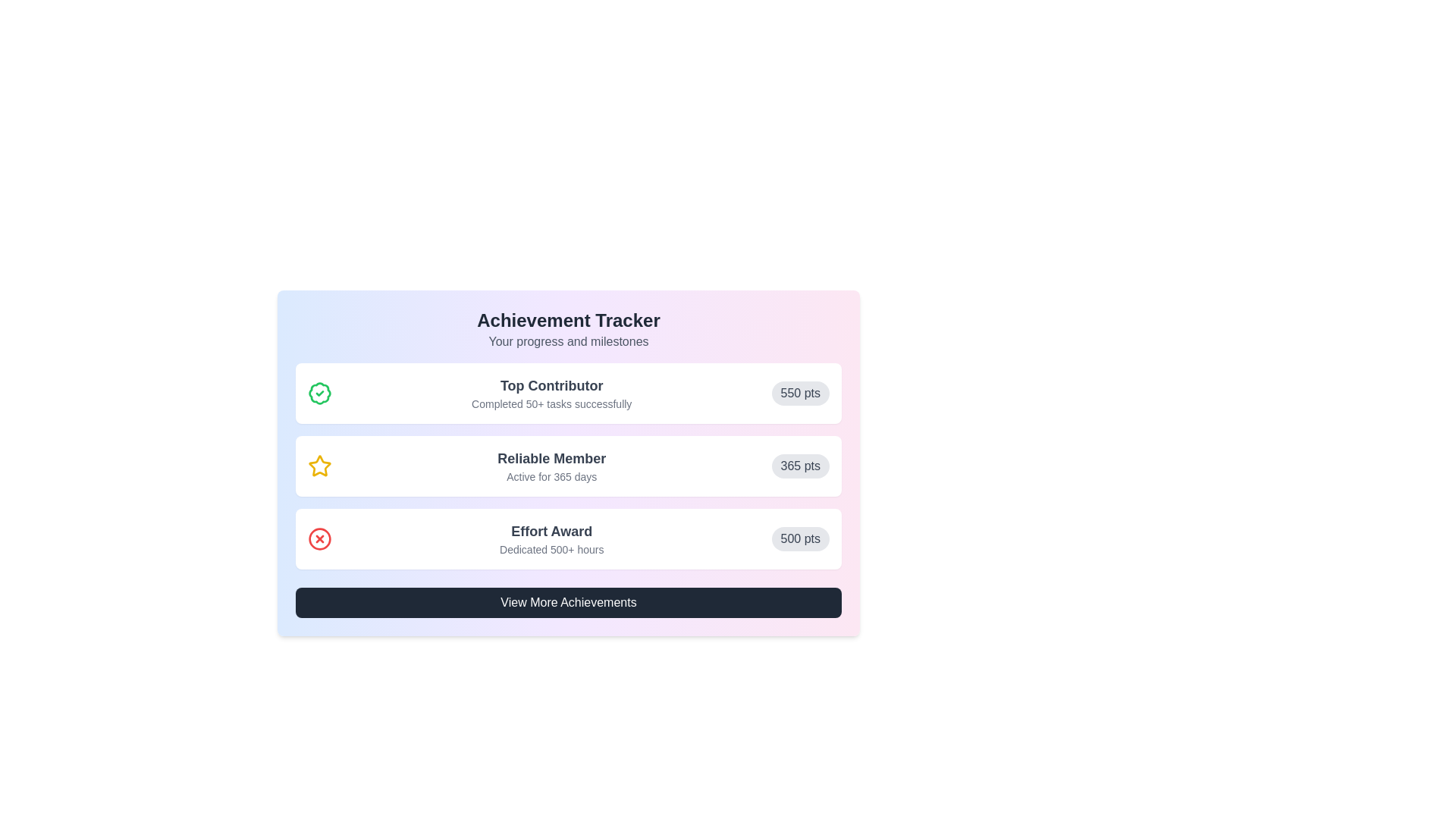 This screenshot has height=819, width=1456. What do you see at coordinates (551, 531) in the screenshot?
I see `the 'Effort Award' text label, which is bold, dark gray, and positioned above the description 'Dedicated 500+ hours' within its card` at bounding box center [551, 531].